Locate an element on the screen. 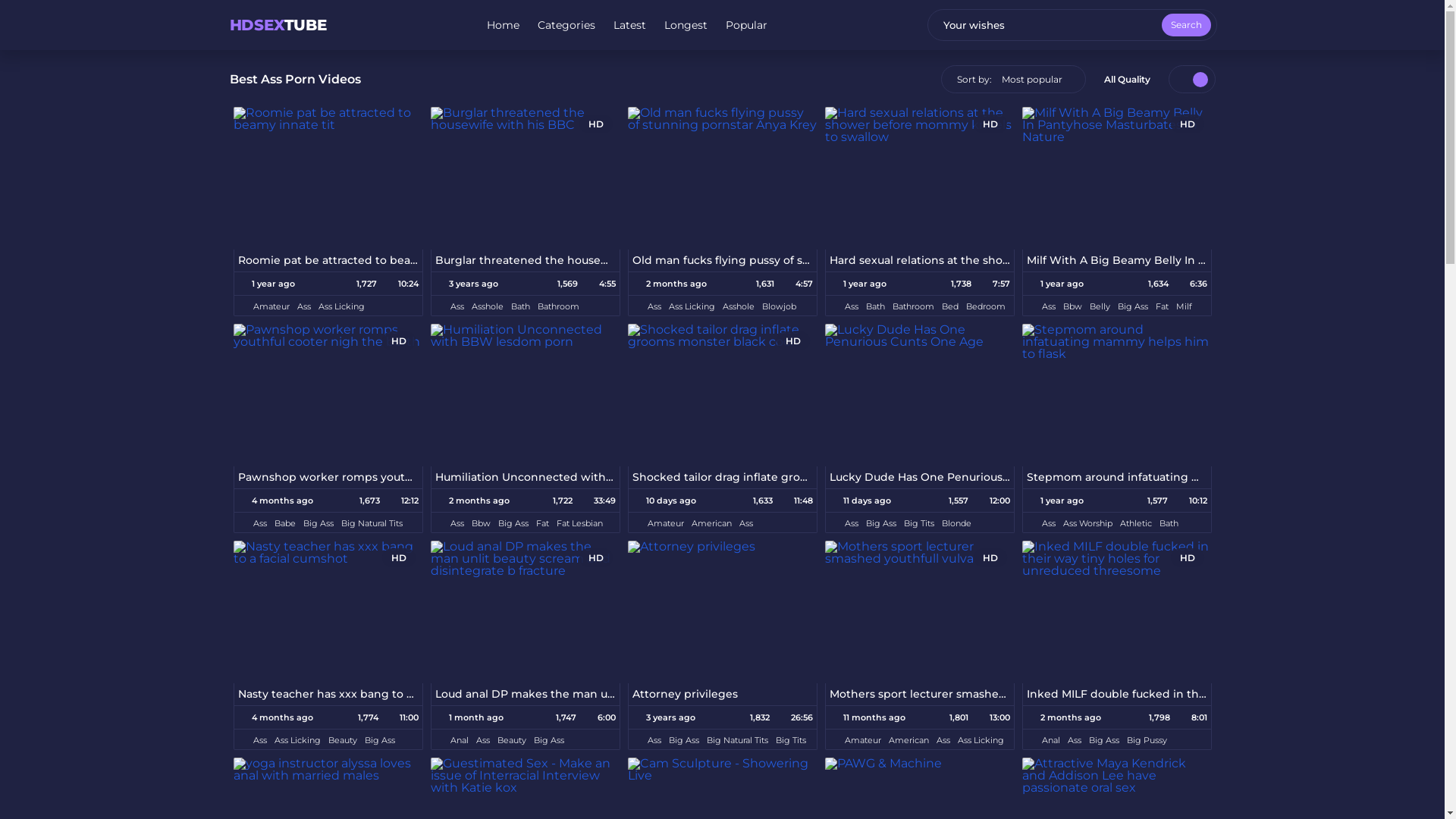 Image resolution: width=1456 pixels, height=819 pixels. 'Athletic' is located at coordinates (1135, 522).